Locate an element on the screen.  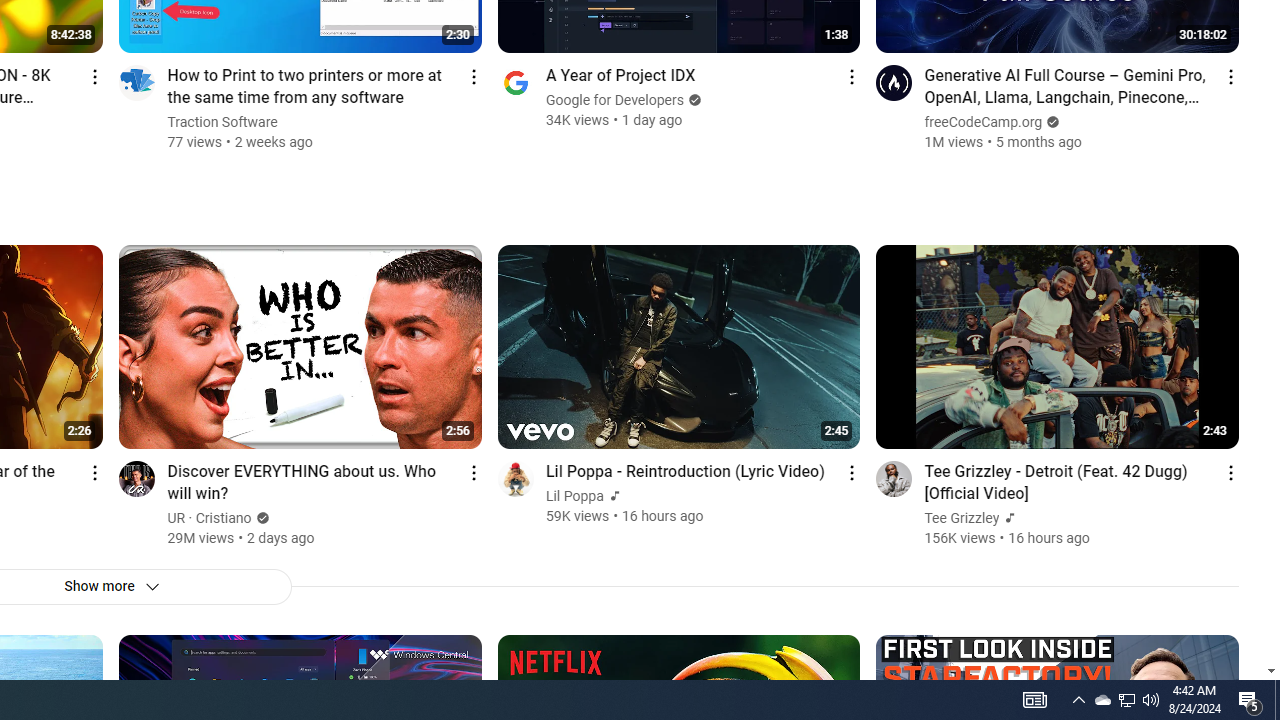
'Google for Developers' is located at coordinates (614, 100).